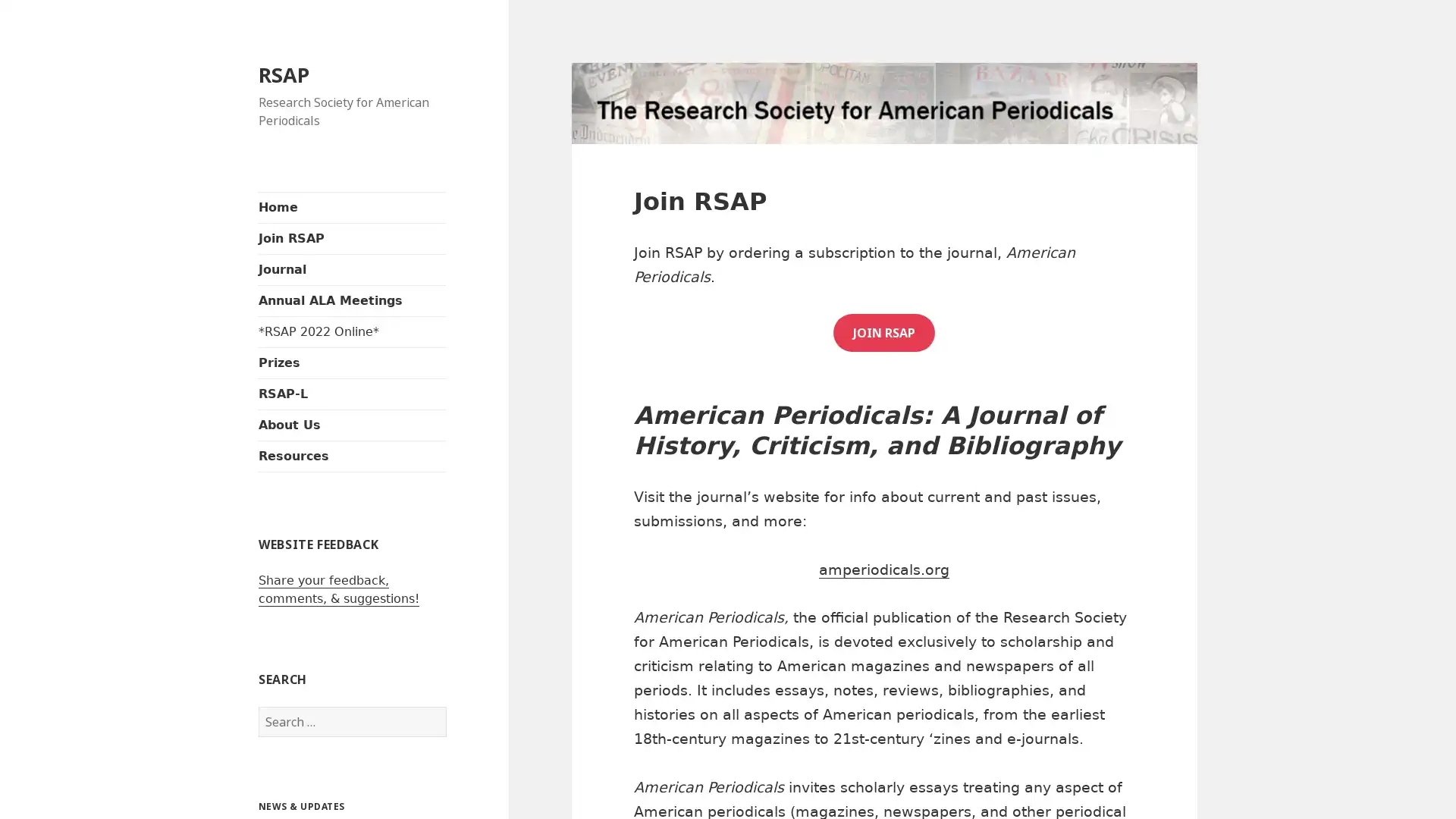 The image size is (1456, 819). Describe the element at coordinates (445, 707) in the screenshot. I see `Search` at that location.